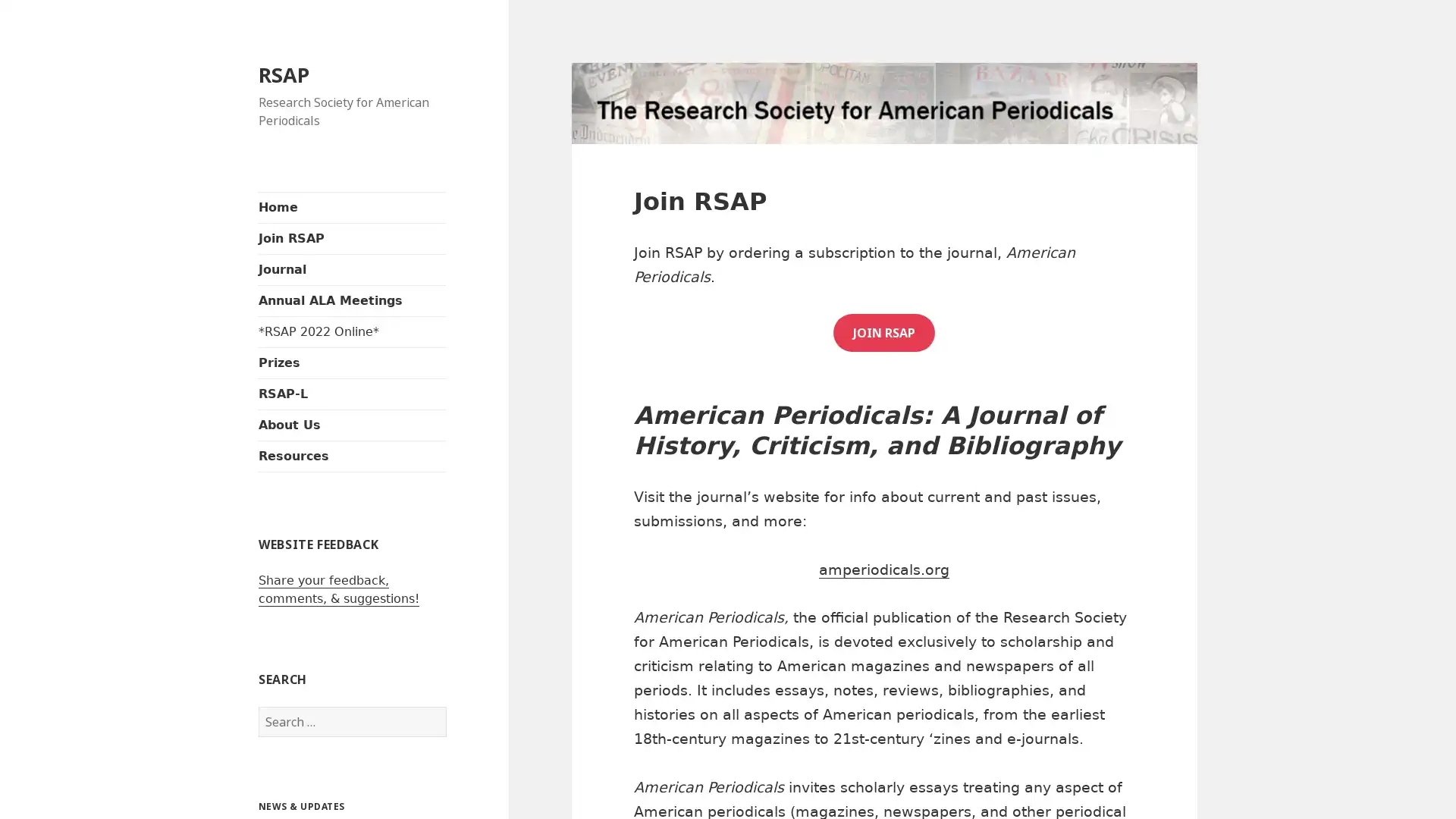 The image size is (1456, 819). Describe the element at coordinates (445, 707) in the screenshot. I see `Search` at that location.